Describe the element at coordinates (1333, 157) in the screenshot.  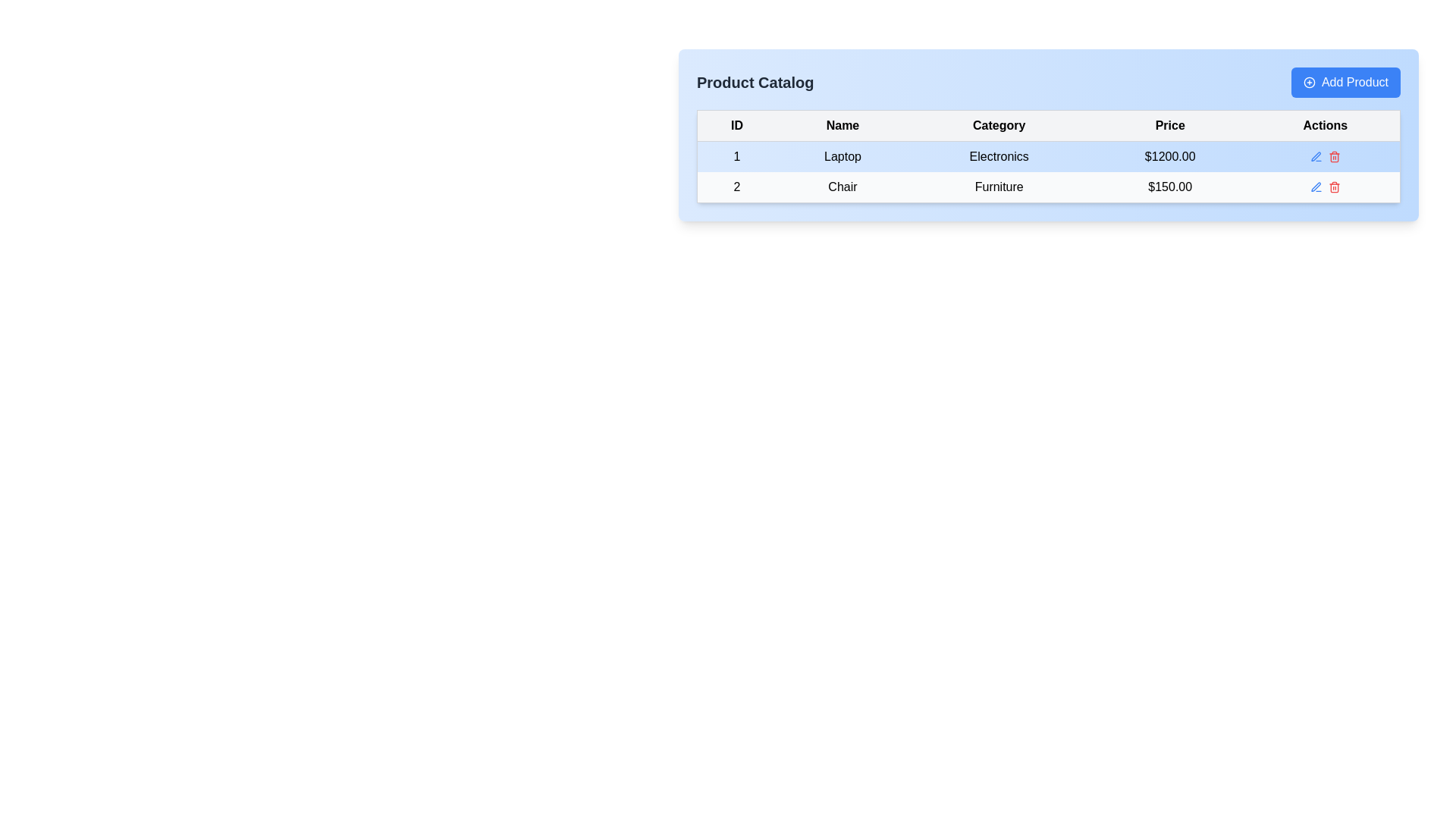
I see `the red trash bin icon in the 'Actions' column of the table for the item 'Laptop' priced at '$1200.00' using keyboard navigation` at that location.